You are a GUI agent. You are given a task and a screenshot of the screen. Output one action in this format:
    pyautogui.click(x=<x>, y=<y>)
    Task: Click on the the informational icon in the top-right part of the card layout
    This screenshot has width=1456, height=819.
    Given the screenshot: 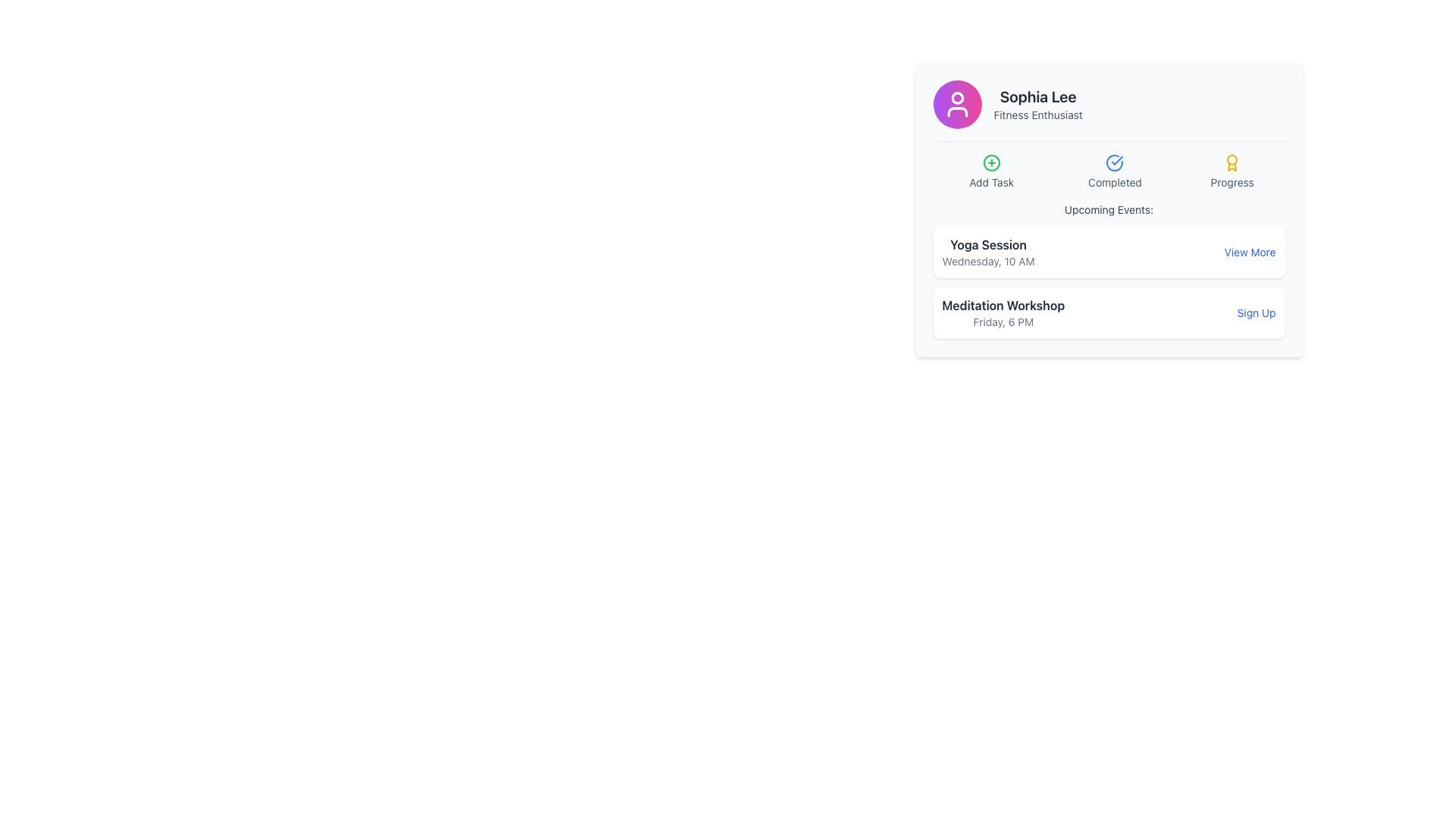 What is the action you would take?
    pyautogui.click(x=1232, y=171)
    